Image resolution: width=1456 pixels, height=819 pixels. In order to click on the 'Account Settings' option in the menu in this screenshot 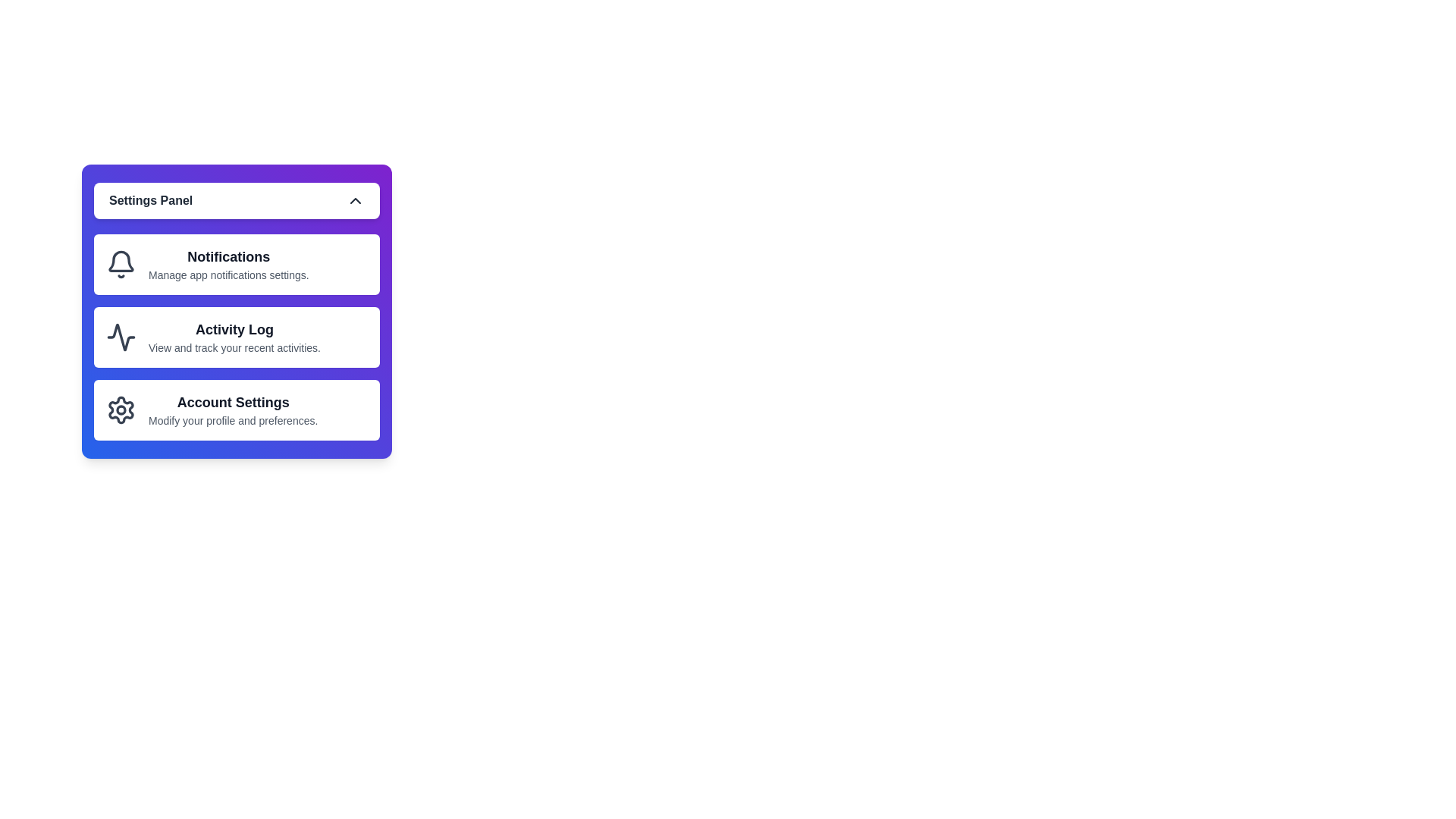, I will do `click(236, 409)`.